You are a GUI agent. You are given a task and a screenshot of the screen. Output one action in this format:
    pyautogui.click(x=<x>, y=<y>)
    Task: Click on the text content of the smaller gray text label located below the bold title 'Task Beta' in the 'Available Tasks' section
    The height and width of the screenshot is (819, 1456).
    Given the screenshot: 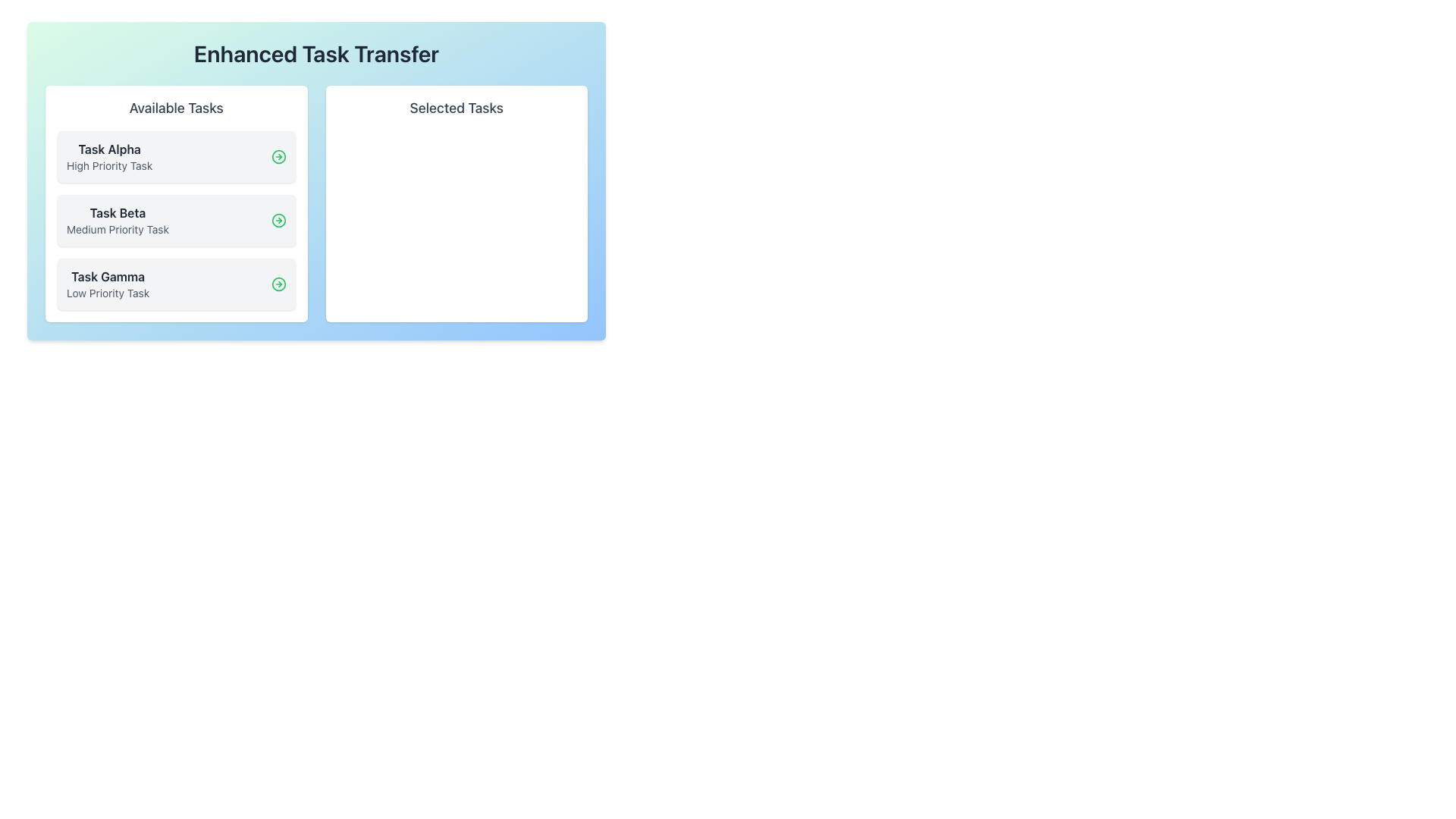 What is the action you would take?
    pyautogui.click(x=117, y=230)
    